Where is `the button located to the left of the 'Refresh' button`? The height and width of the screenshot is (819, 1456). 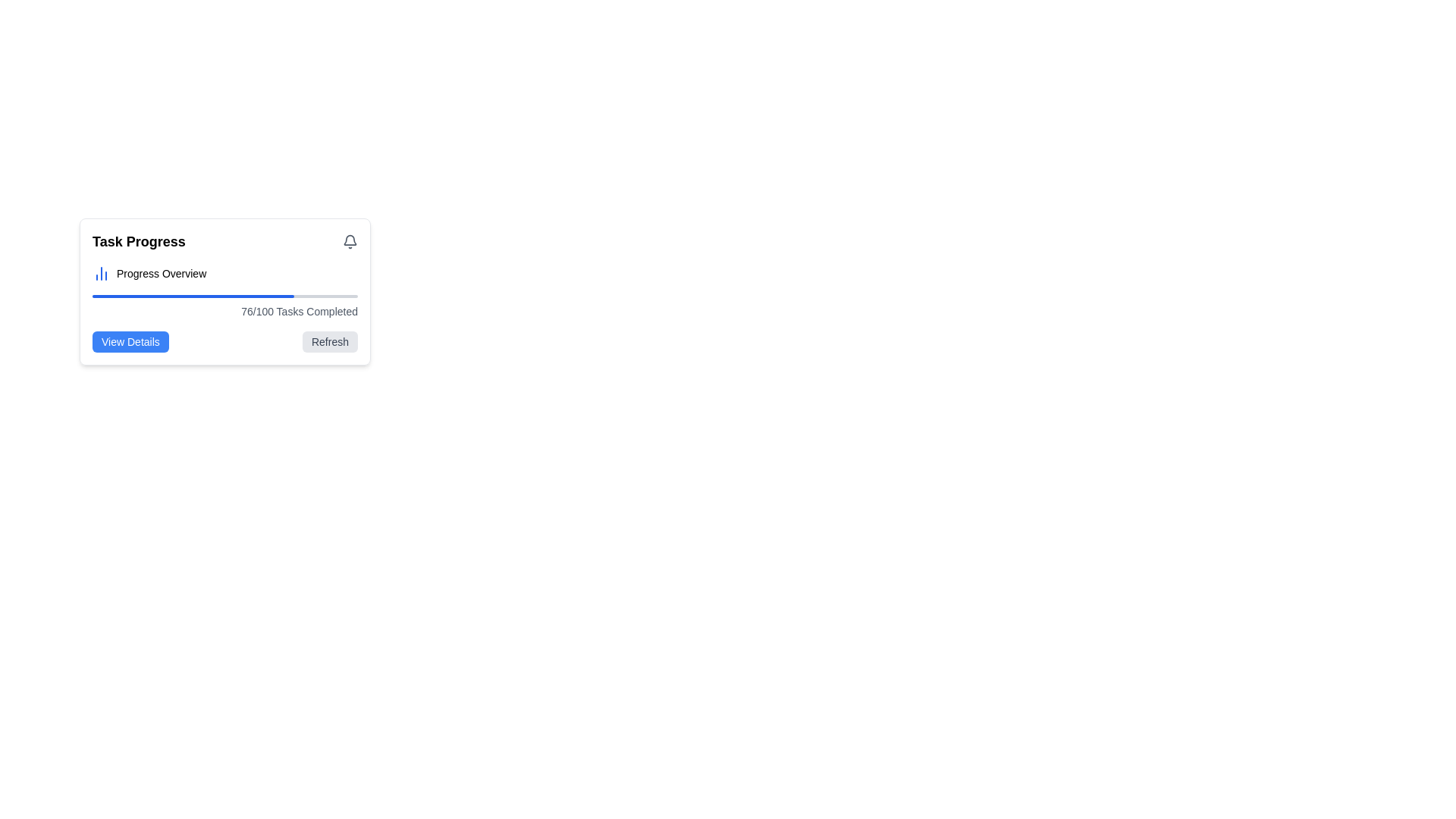
the button located to the left of the 'Refresh' button is located at coordinates (130, 342).